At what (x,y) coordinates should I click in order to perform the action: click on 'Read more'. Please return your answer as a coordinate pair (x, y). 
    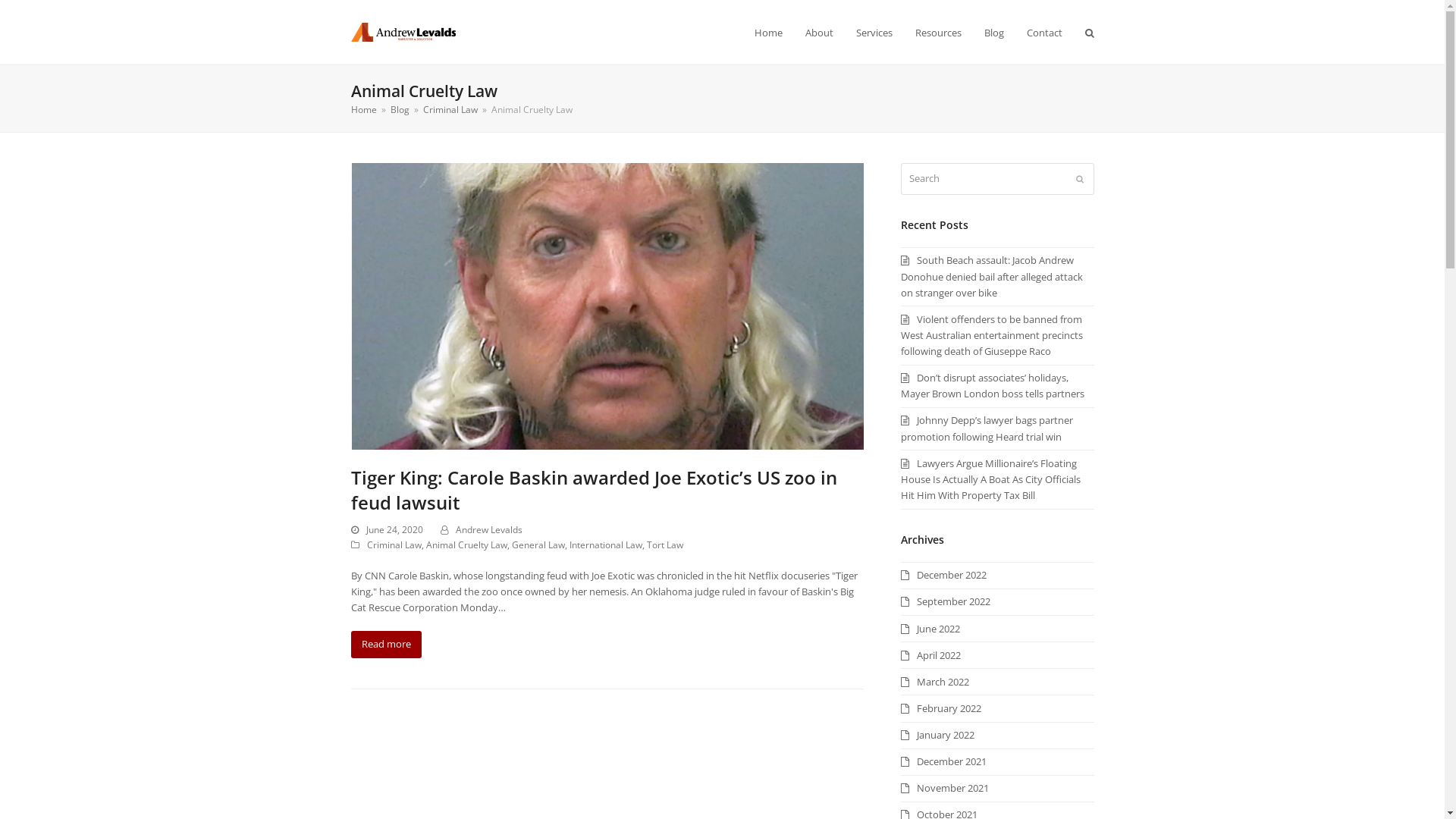
    Looking at the image, I should click on (349, 644).